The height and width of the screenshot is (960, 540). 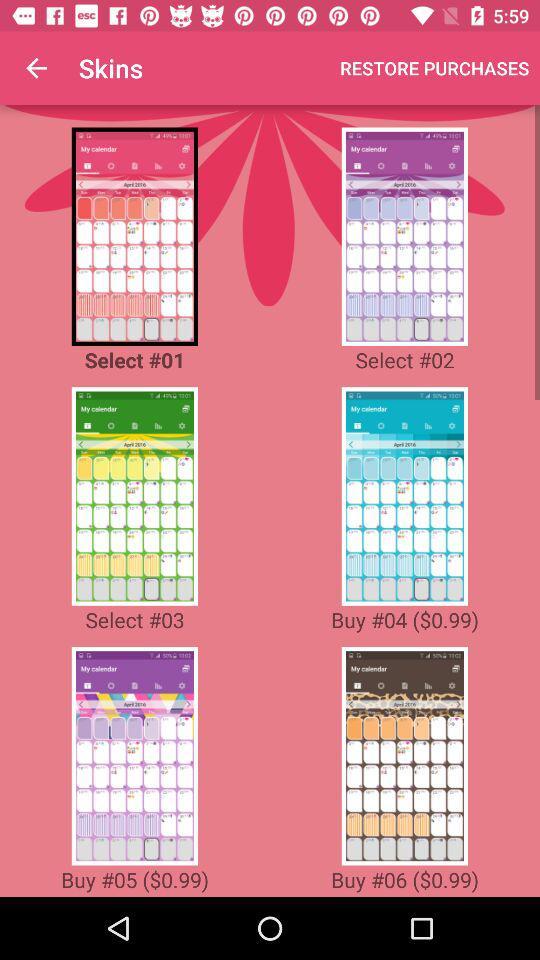 I want to click on 04 skin, so click(x=404, y=495).